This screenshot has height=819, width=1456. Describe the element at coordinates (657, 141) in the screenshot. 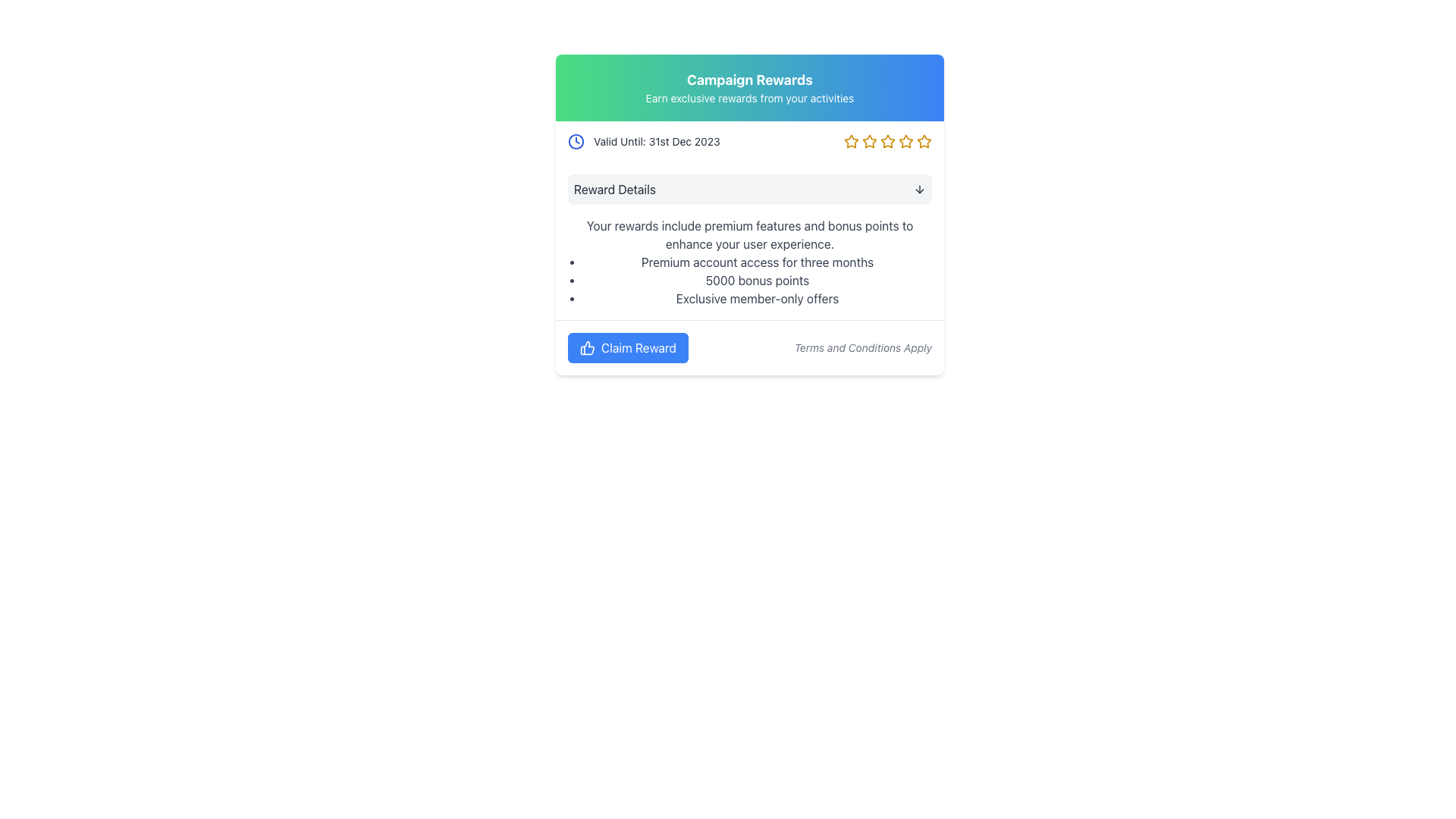

I see `the text label displaying 'Valid Until: 31st Dec 2023', which is part of the campaign rewards section and aligned horizontally with a clock icon` at that location.